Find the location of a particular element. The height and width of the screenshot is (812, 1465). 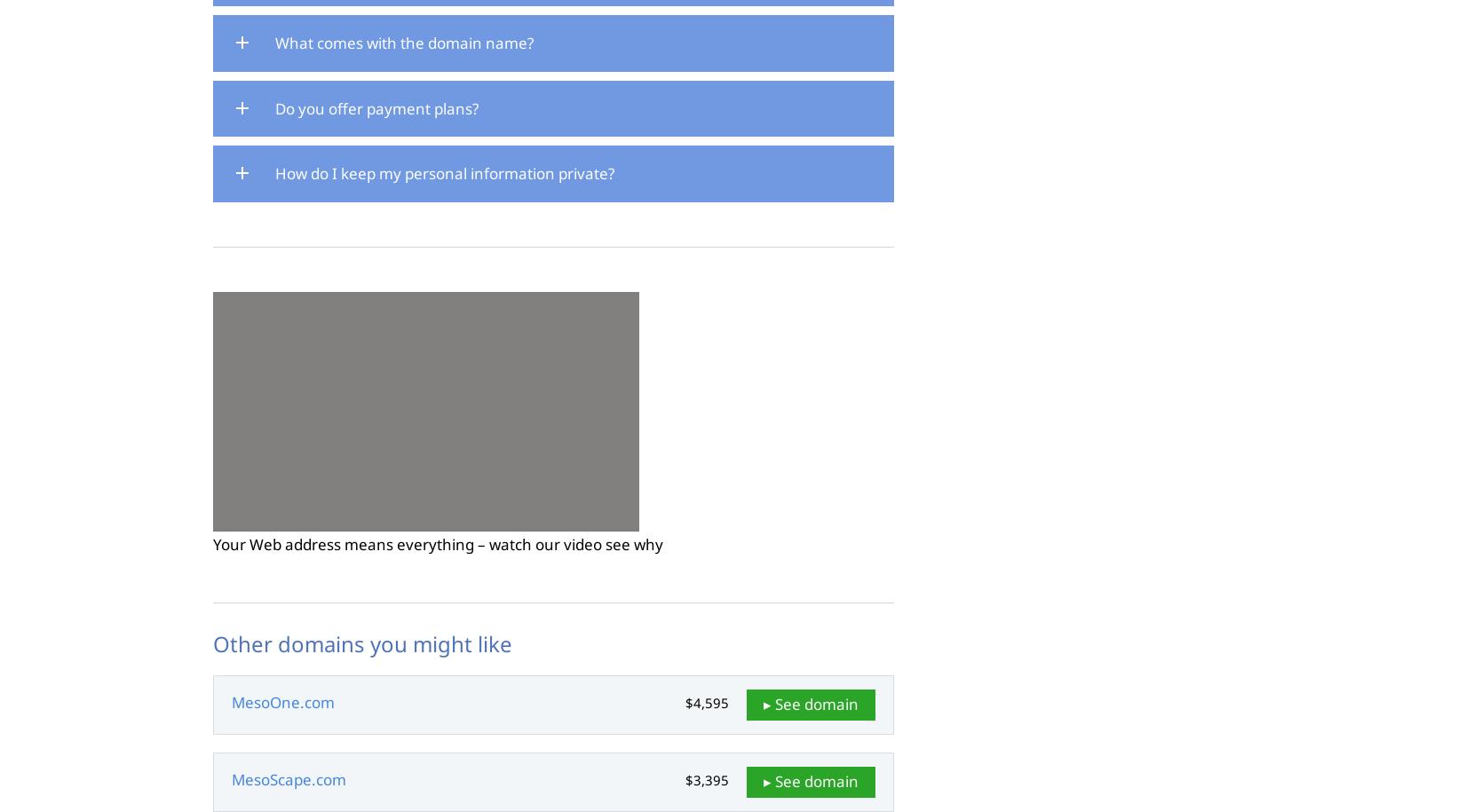

'MesoOne.com' is located at coordinates (282, 701).